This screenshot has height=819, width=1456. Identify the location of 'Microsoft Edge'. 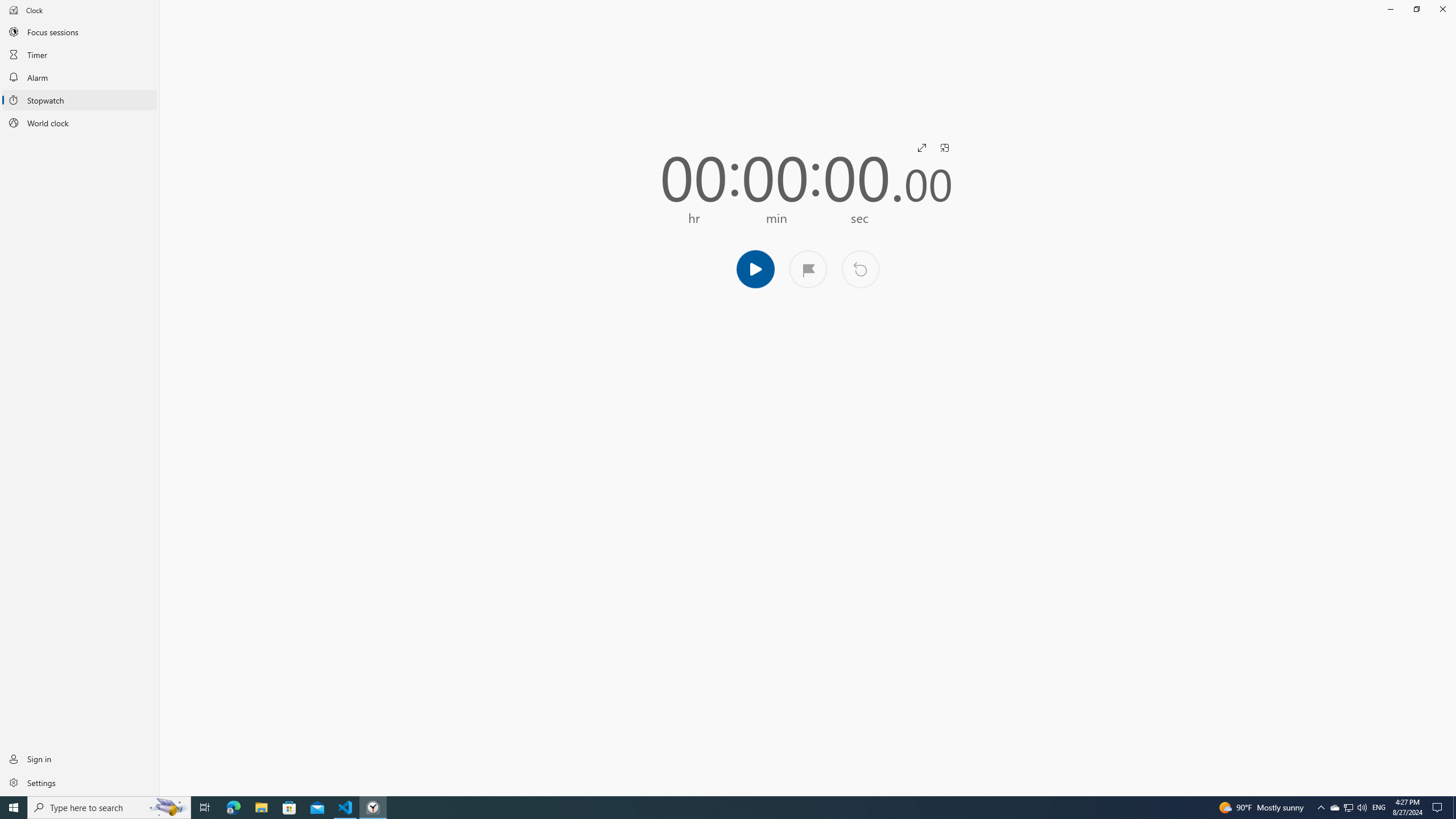
(233, 806).